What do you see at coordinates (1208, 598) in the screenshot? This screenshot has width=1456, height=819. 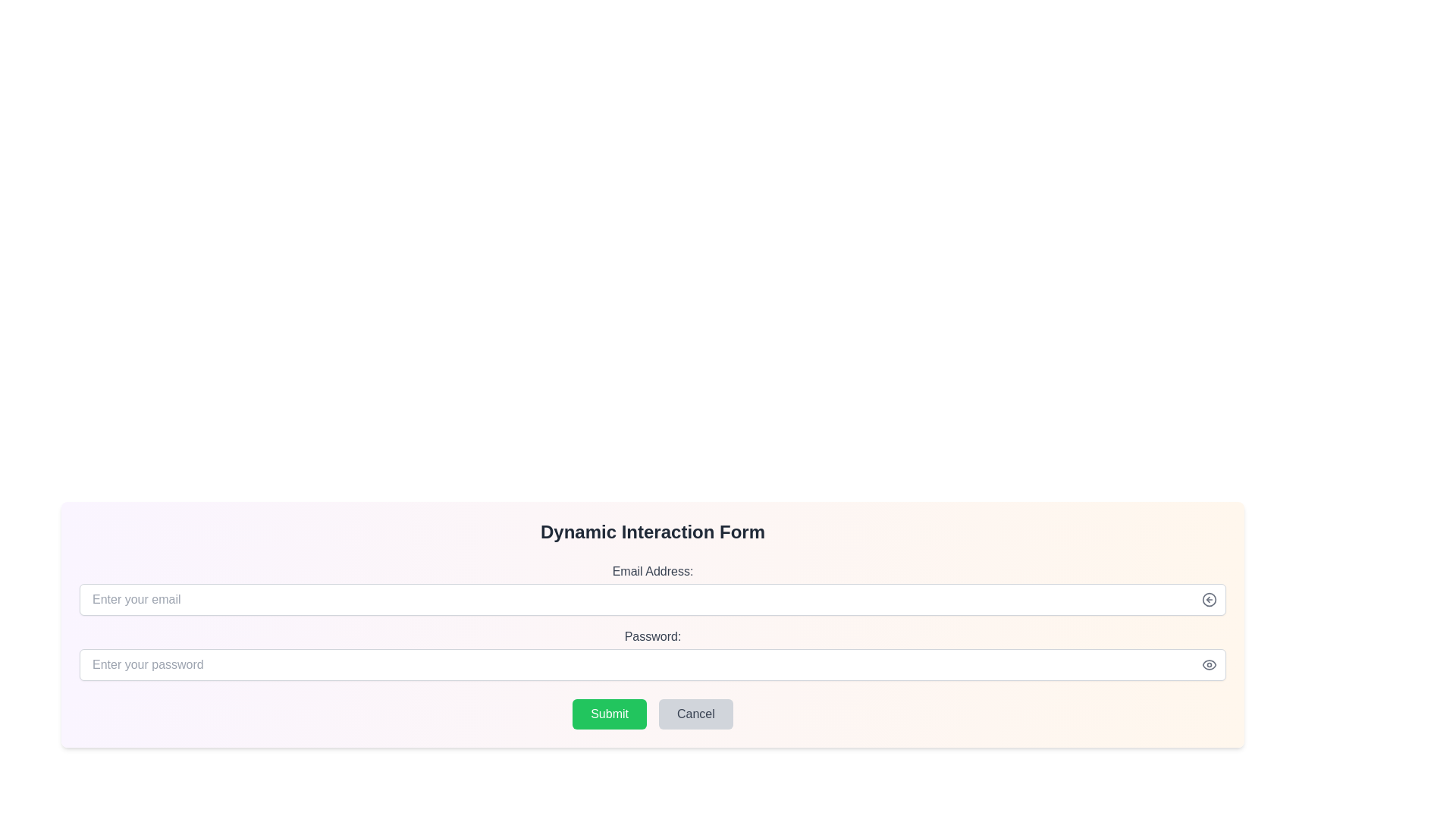 I see `the backtrack icon located on the right side of the email input field` at bounding box center [1208, 598].